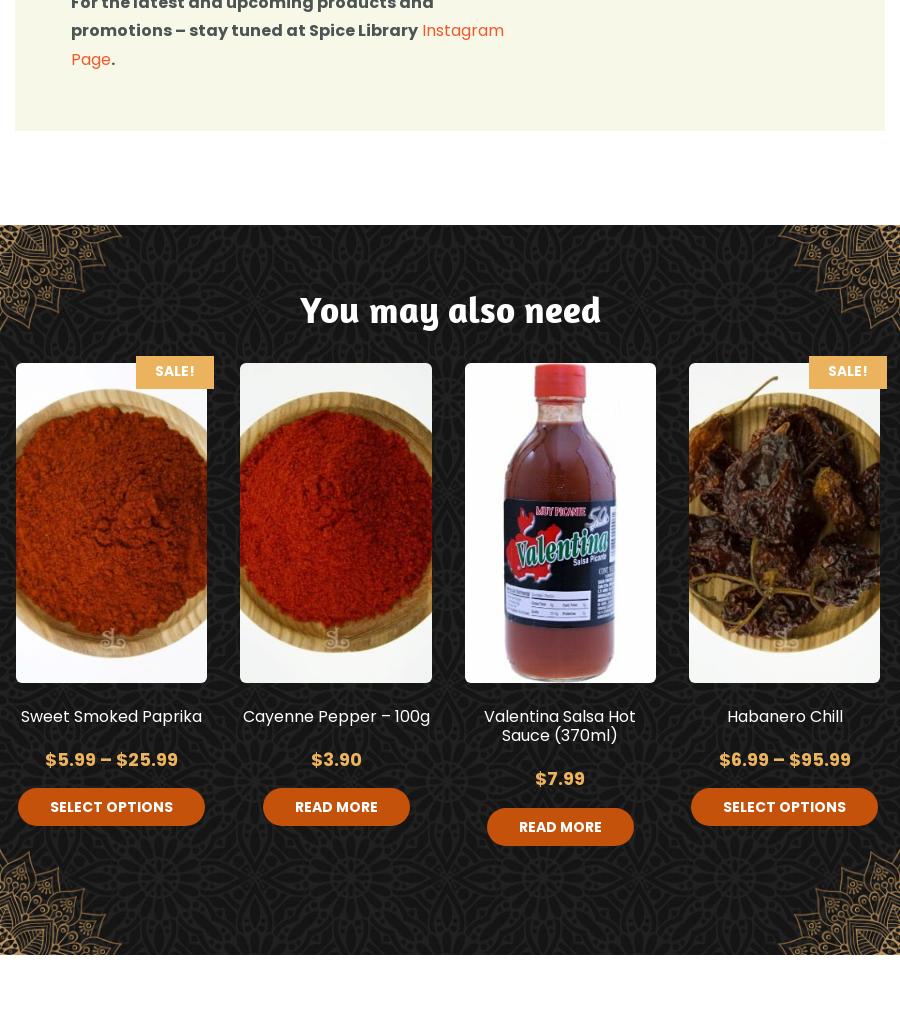 The height and width of the screenshot is (1021, 900). I want to click on '95.99', so click(825, 758).